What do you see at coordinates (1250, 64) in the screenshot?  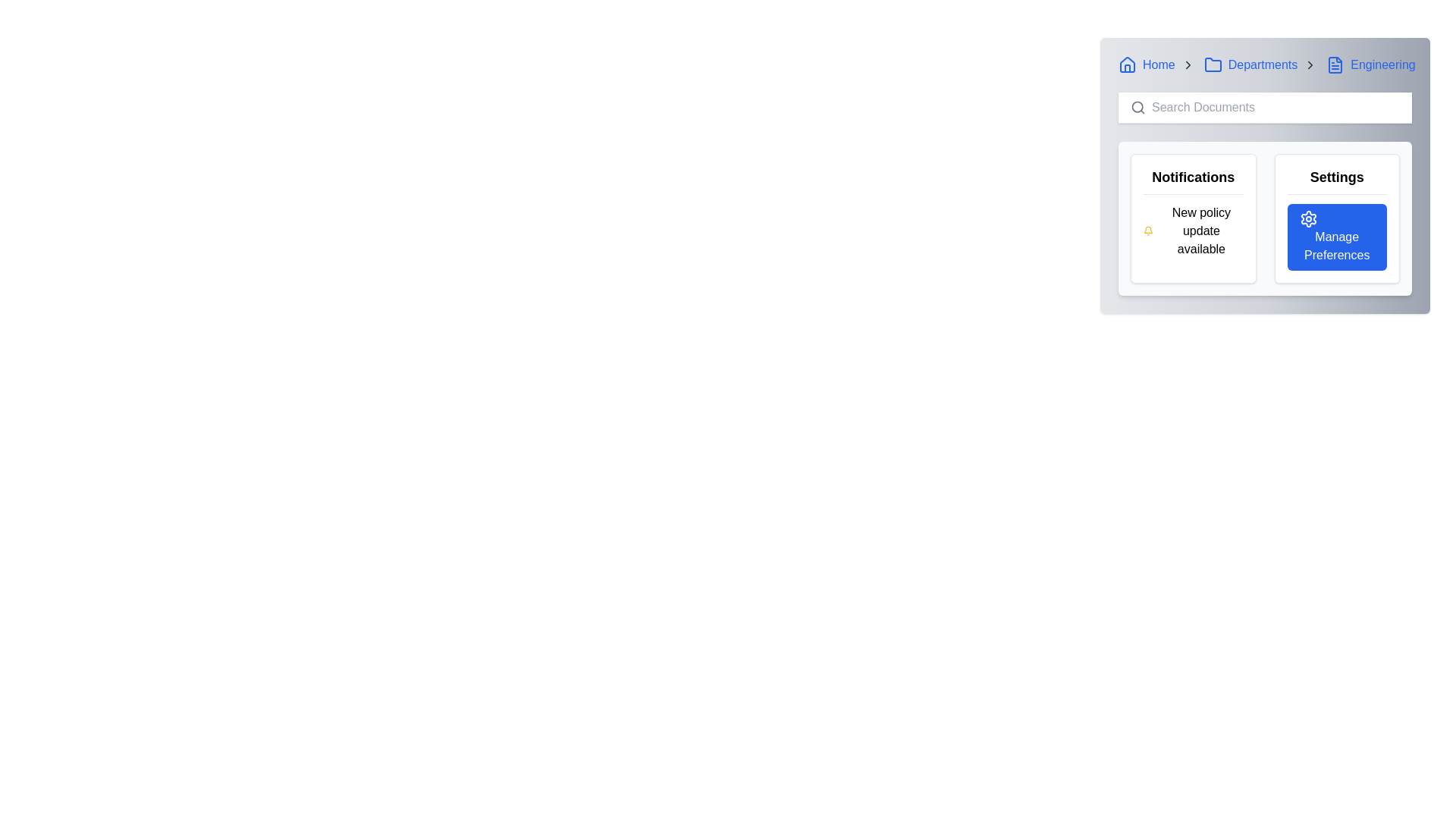 I see `the 'Departments' hyperlink located in the navigation breadcrumb bar, which is the second clickable element between 'Home' and 'Engineering' links` at bounding box center [1250, 64].